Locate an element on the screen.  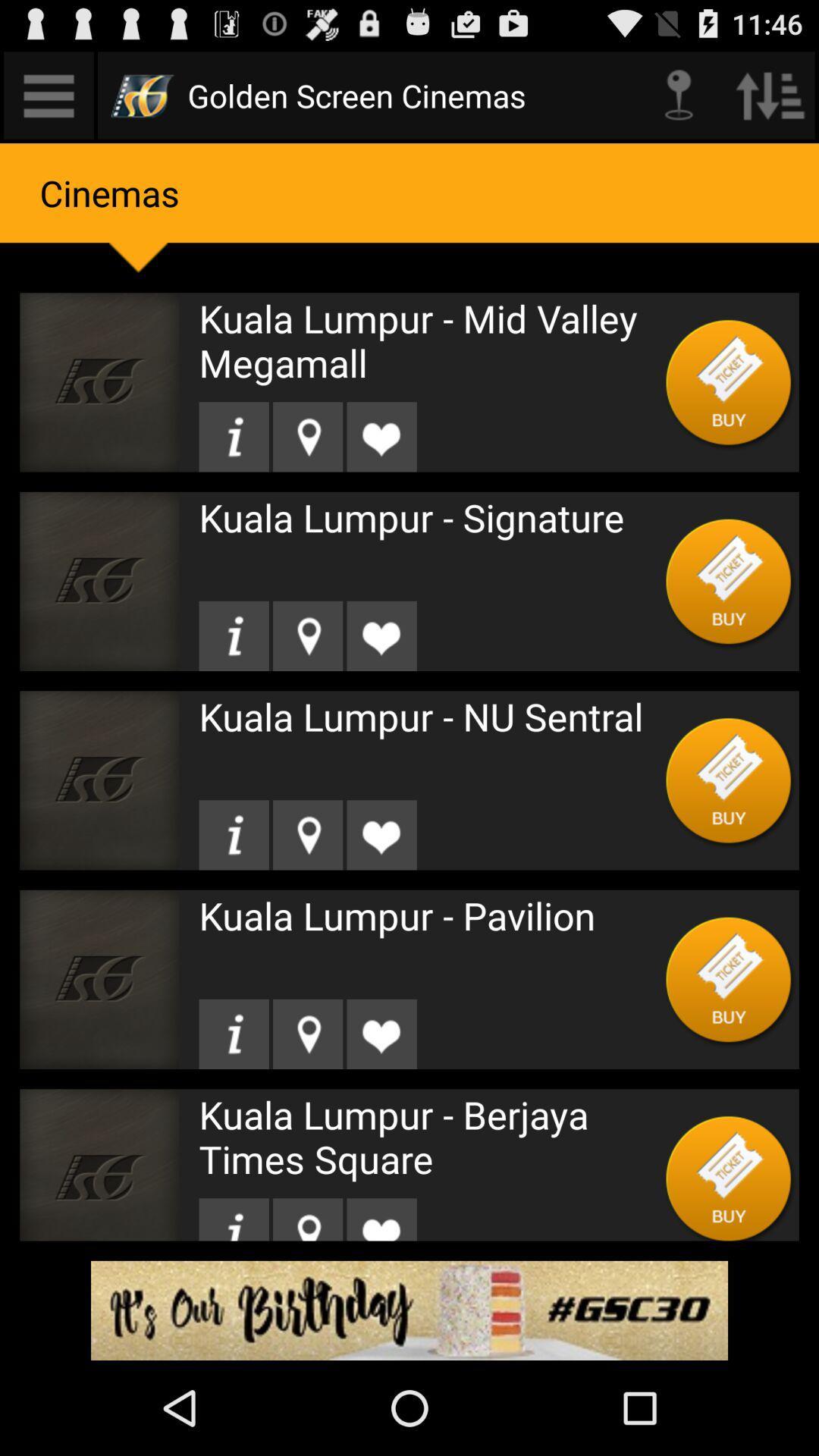
like button is located at coordinates (381, 834).